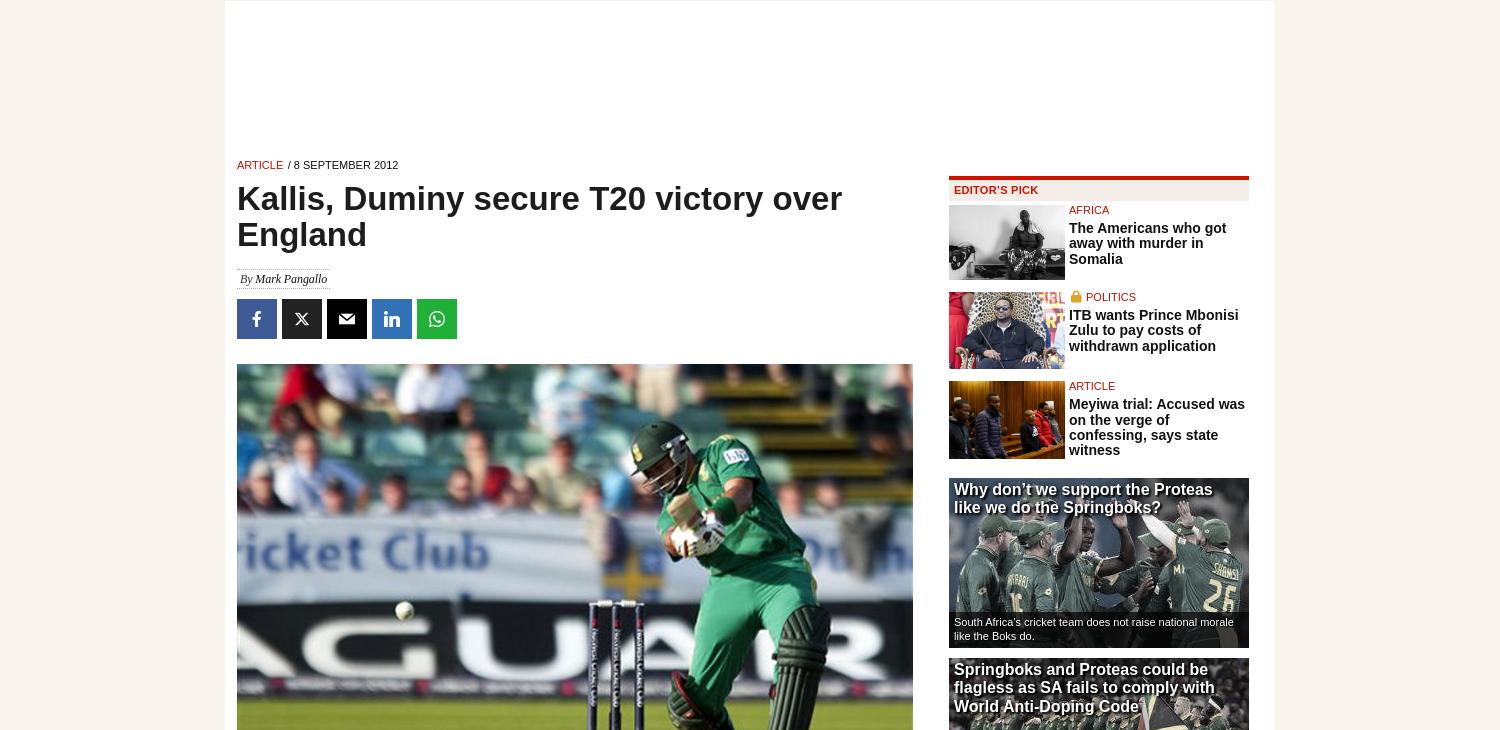 The image size is (1500, 730). What do you see at coordinates (236, 189) in the screenshot?
I see `'Kallis then set in with Duminy to guide South Africa home.'` at bounding box center [236, 189].